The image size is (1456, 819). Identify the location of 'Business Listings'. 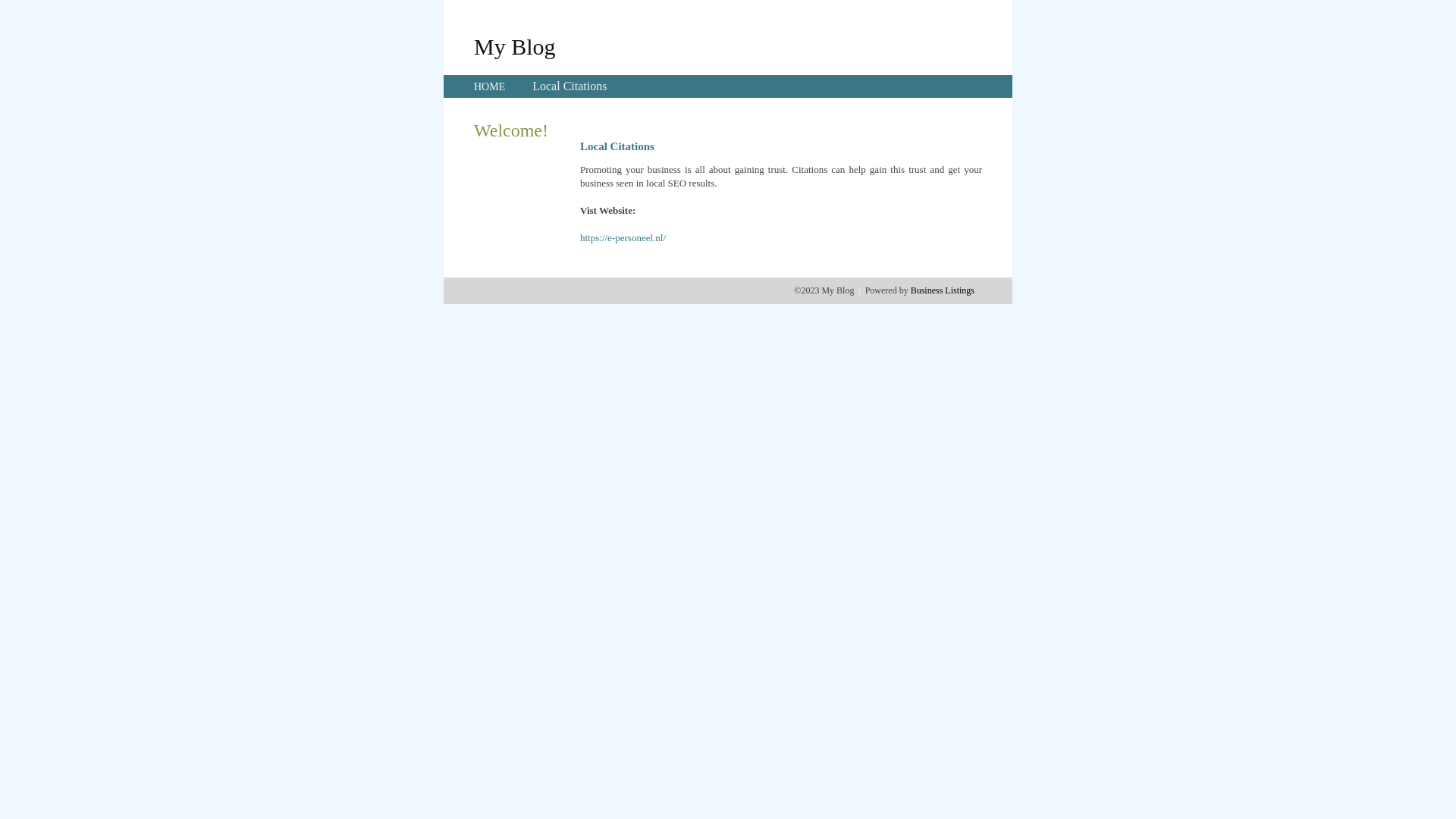
(942, 290).